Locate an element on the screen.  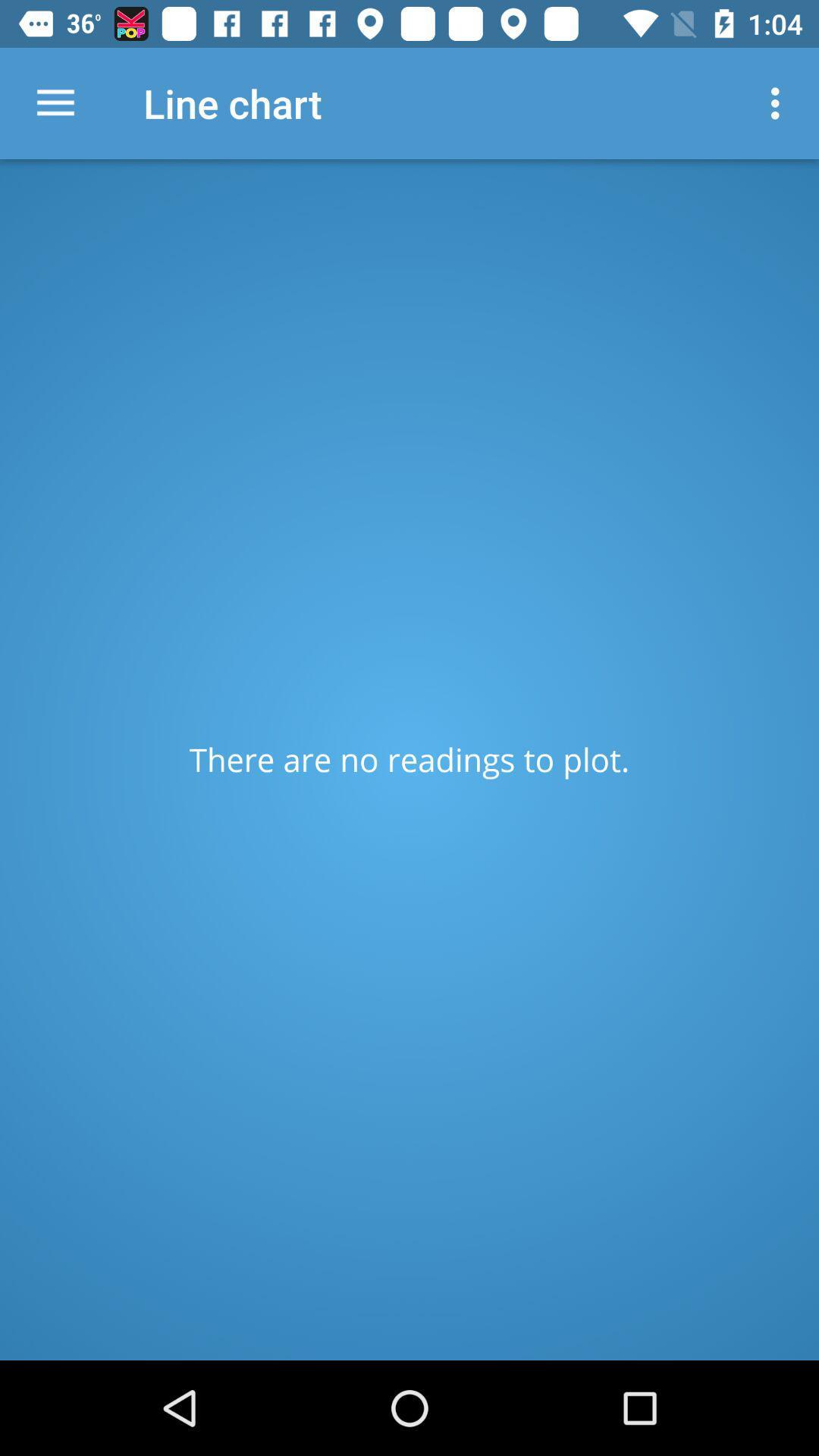
icon to the left of the line chart is located at coordinates (55, 102).